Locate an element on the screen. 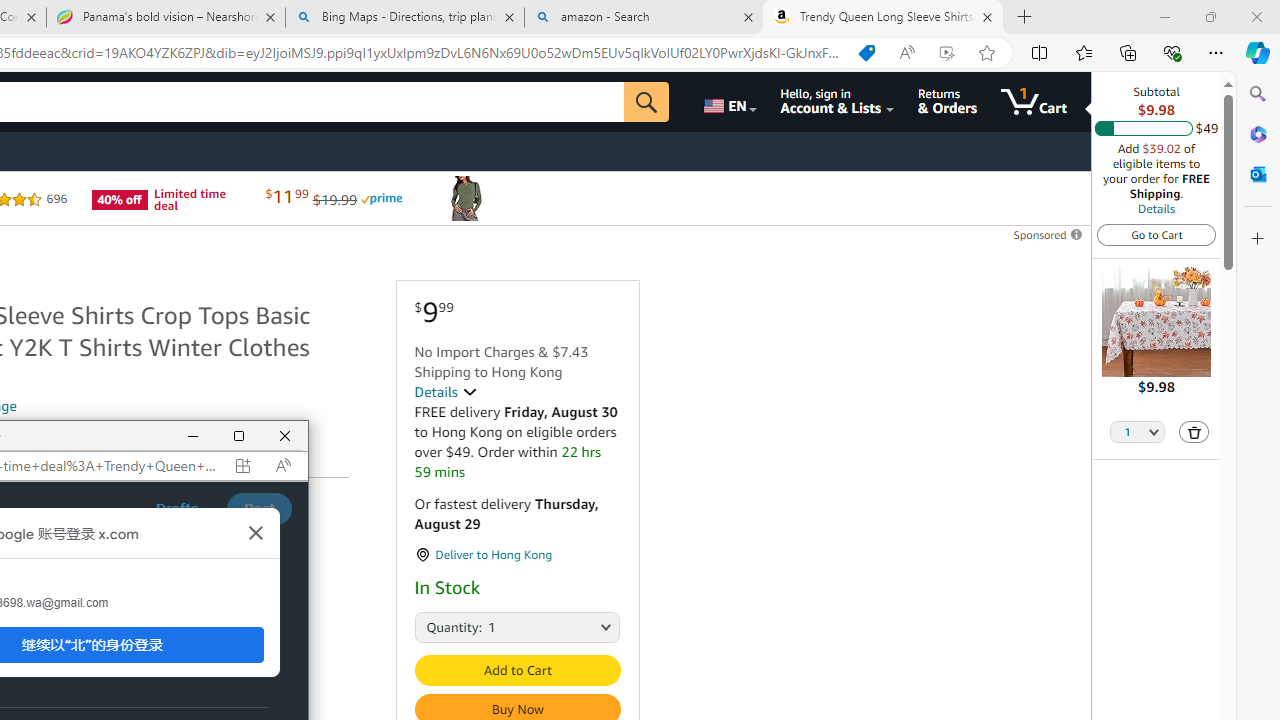 This screenshot has width=1280, height=720. '1 item in cart' is located at coordinates (1034, 101).